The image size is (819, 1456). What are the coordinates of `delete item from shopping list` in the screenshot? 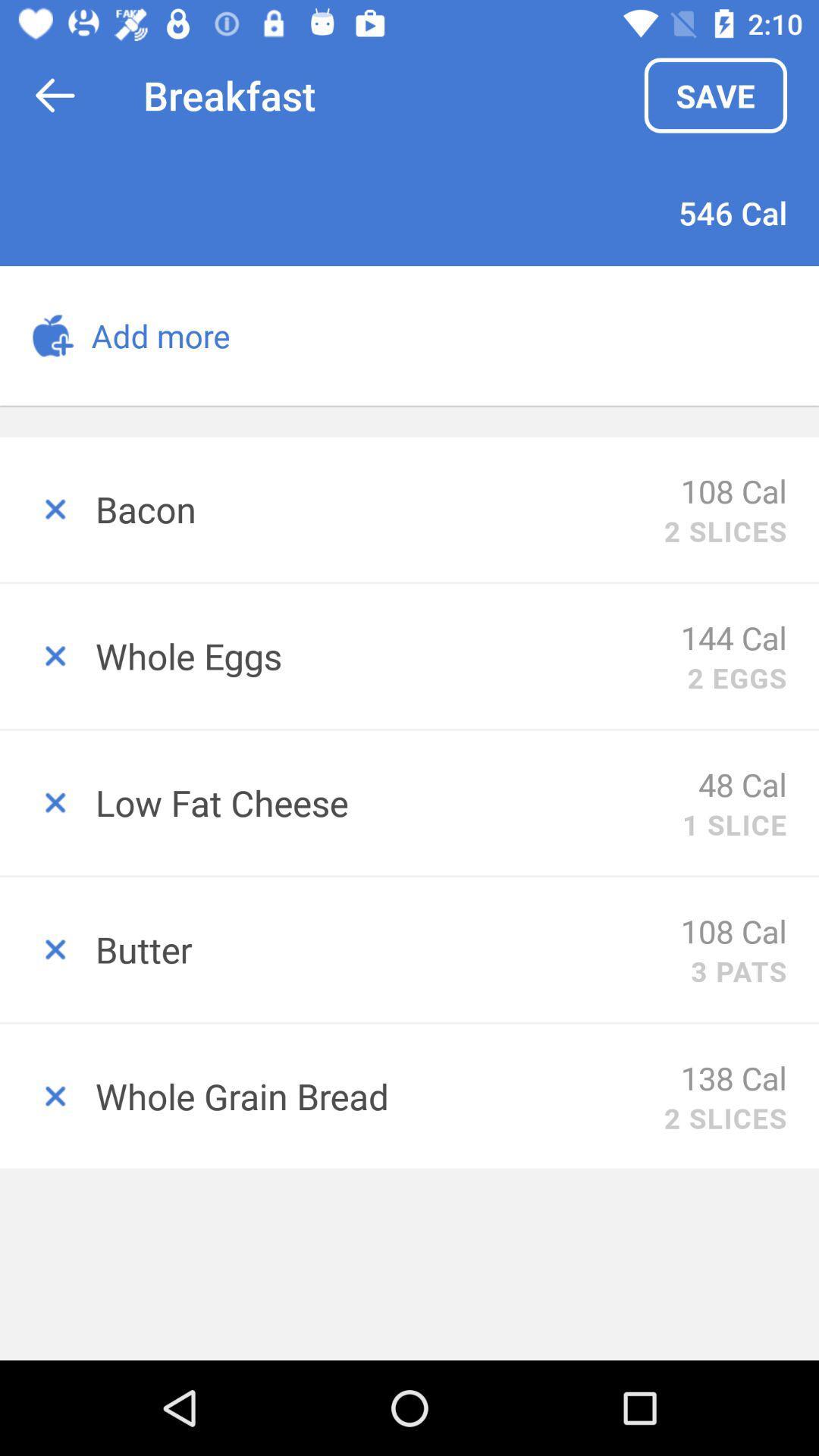 It's located at (46, 1096).